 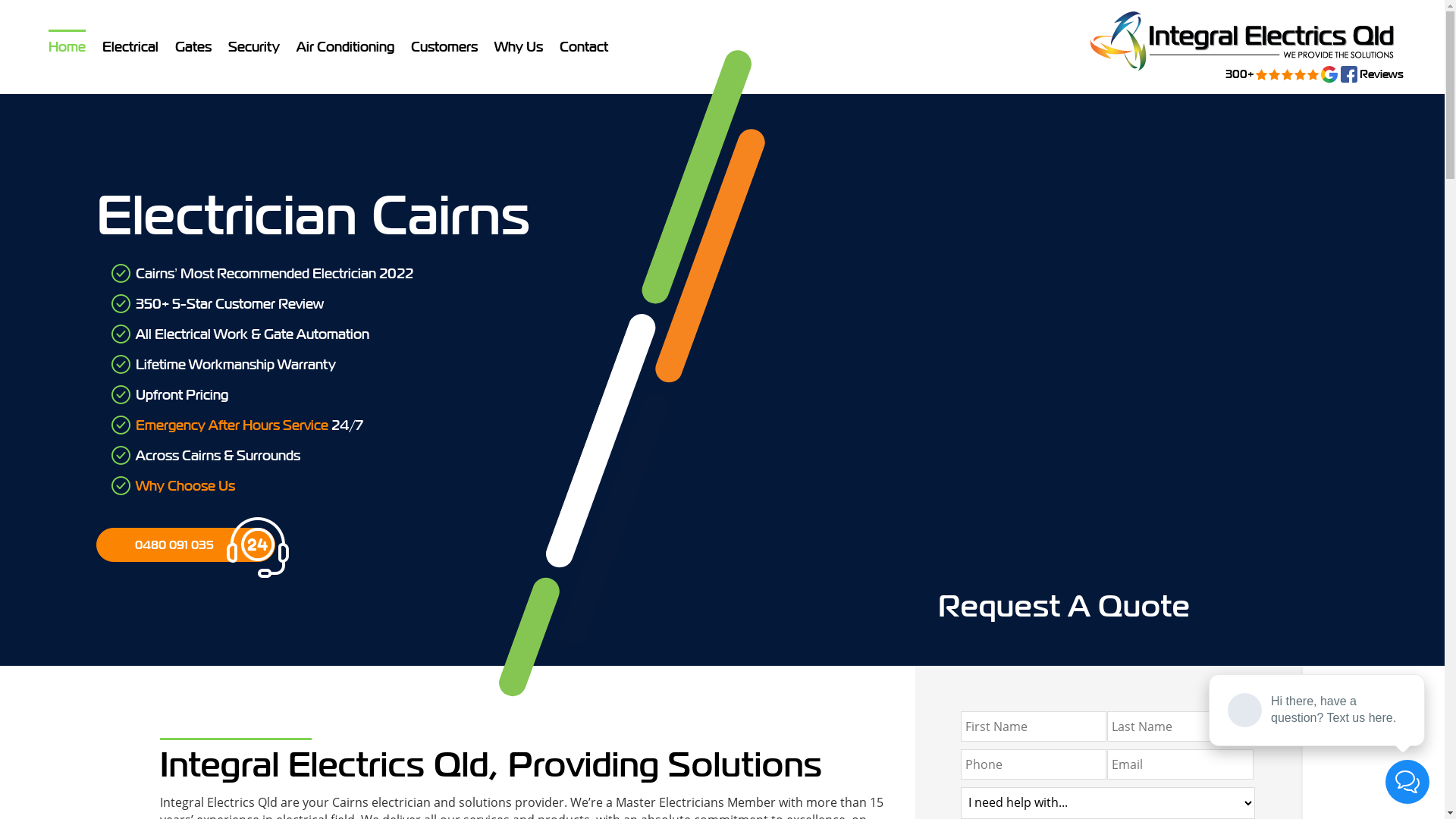 I want to click on 'Air Conditioning', so click(x=344, y=45).